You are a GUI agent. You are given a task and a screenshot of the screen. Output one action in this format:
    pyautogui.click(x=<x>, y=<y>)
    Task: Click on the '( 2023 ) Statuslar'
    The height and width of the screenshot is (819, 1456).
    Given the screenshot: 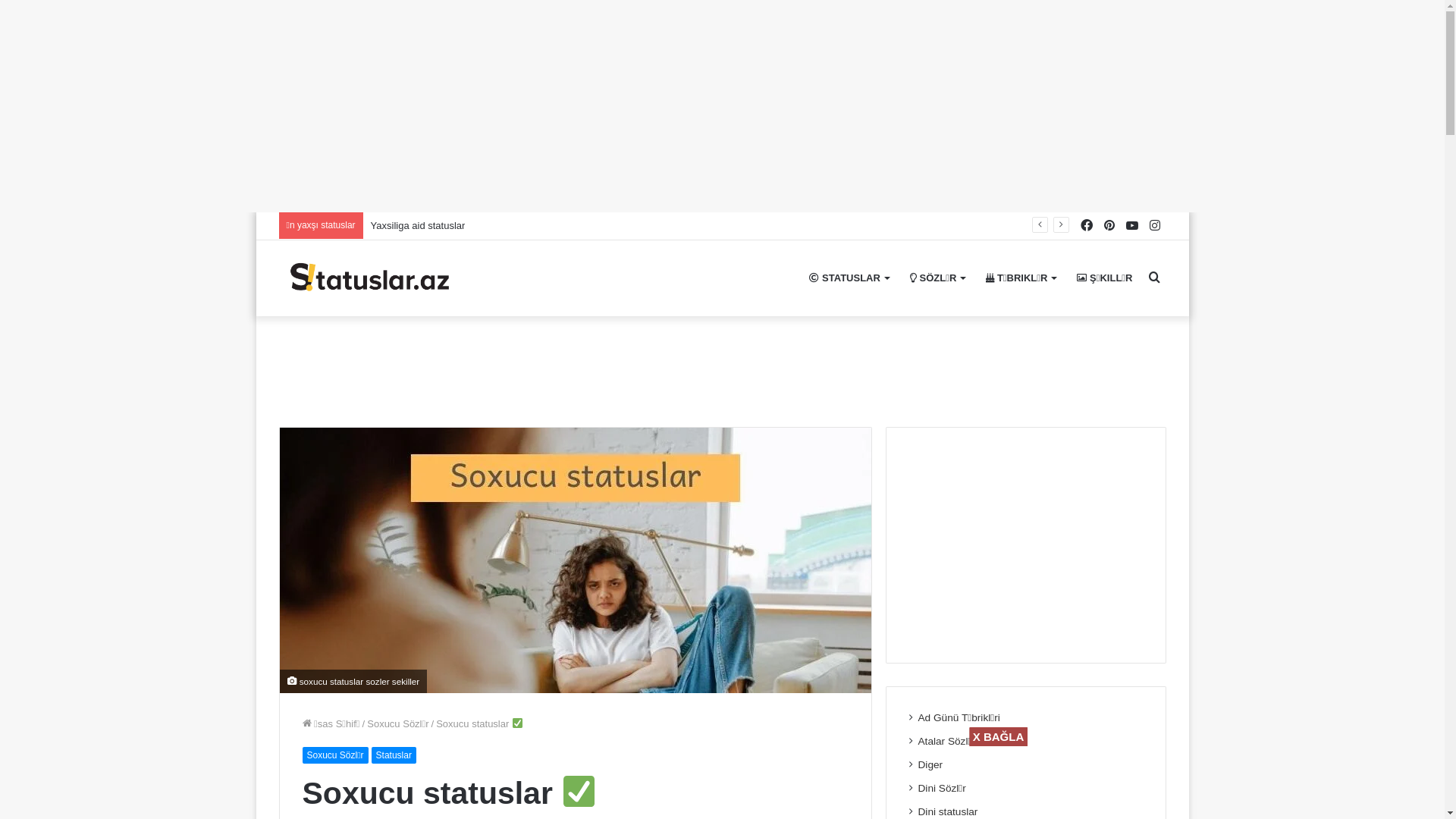 What is the action you would take?
    pyautogui.click(x=368, y=278)
    